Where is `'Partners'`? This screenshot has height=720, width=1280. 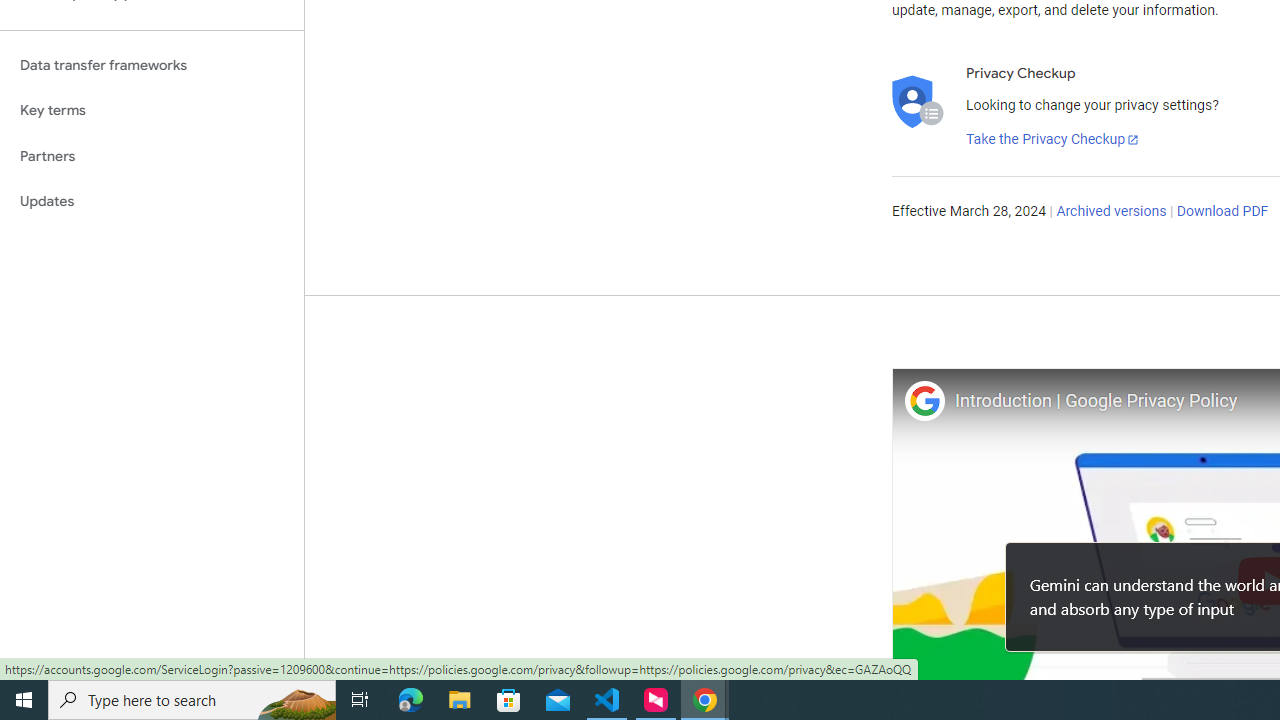
'Partners' is located at coordinates (151, 155).